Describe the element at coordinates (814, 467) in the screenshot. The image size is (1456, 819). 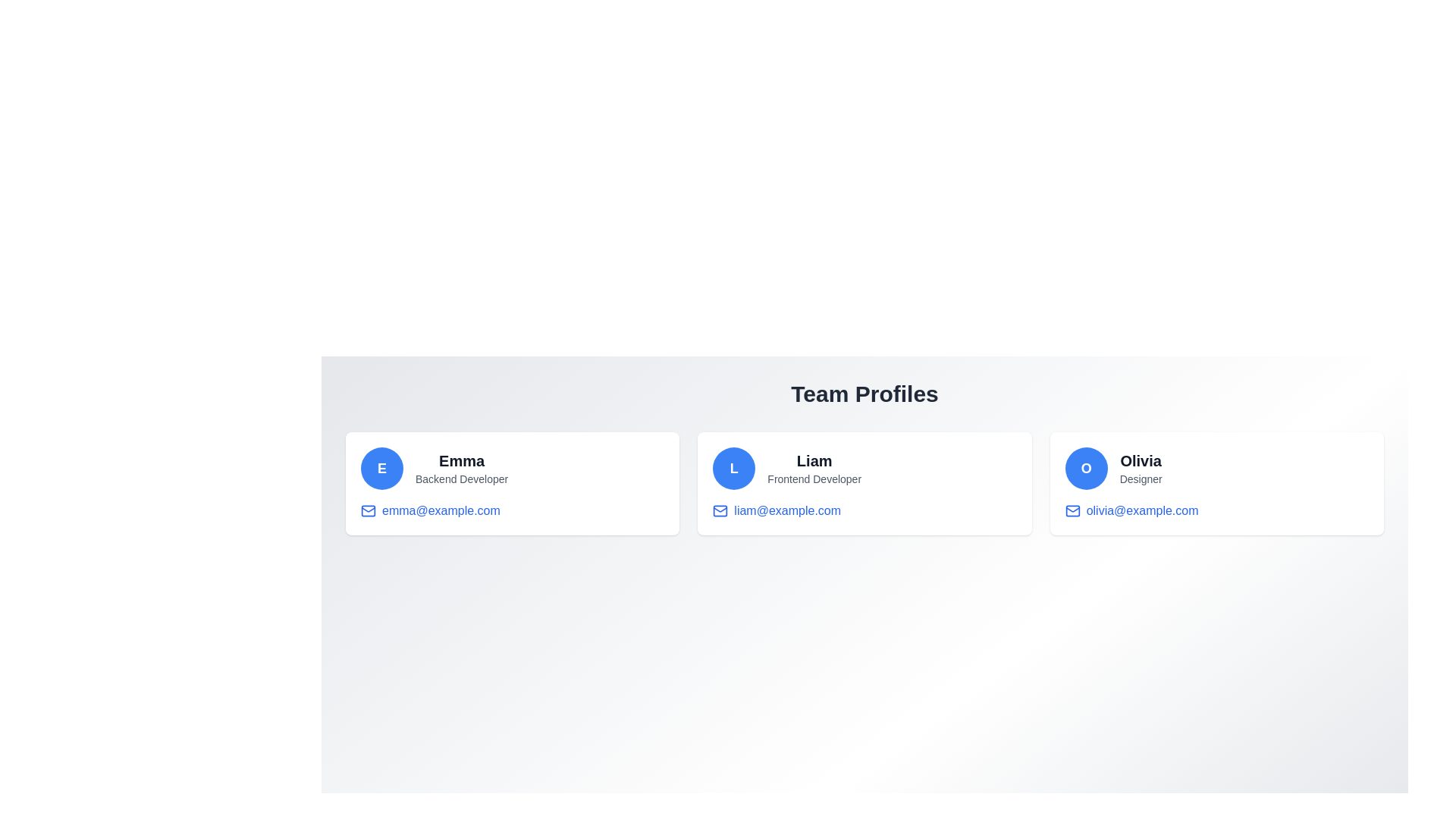
I see `text label that serves as a profile title and subtitle, identifying the person's name and their role within the team, located centrally in the second profile card under the 'Team Profiles' section` at that location.